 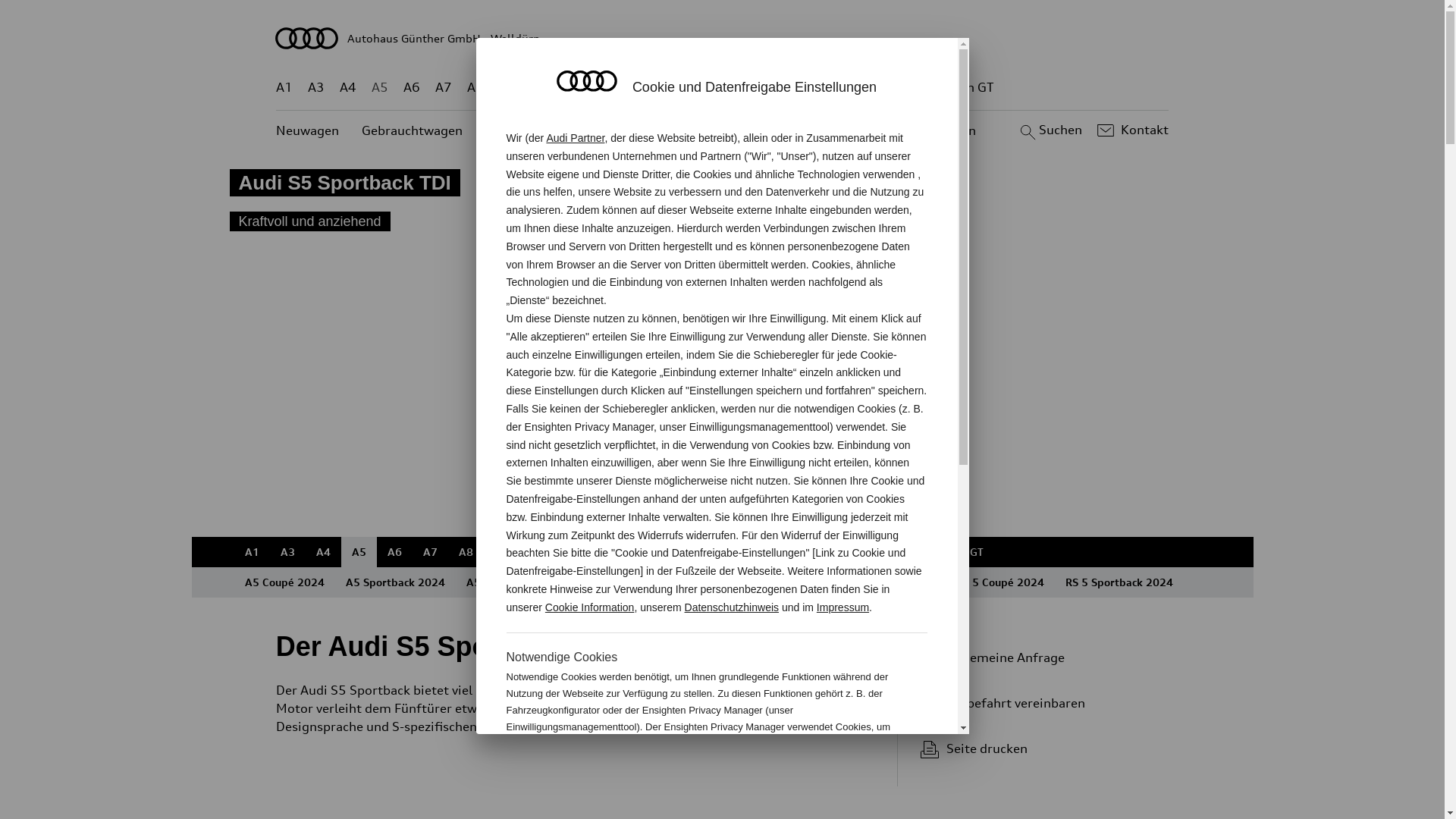 I want to click on 'A3', so click(x=315, y=87).